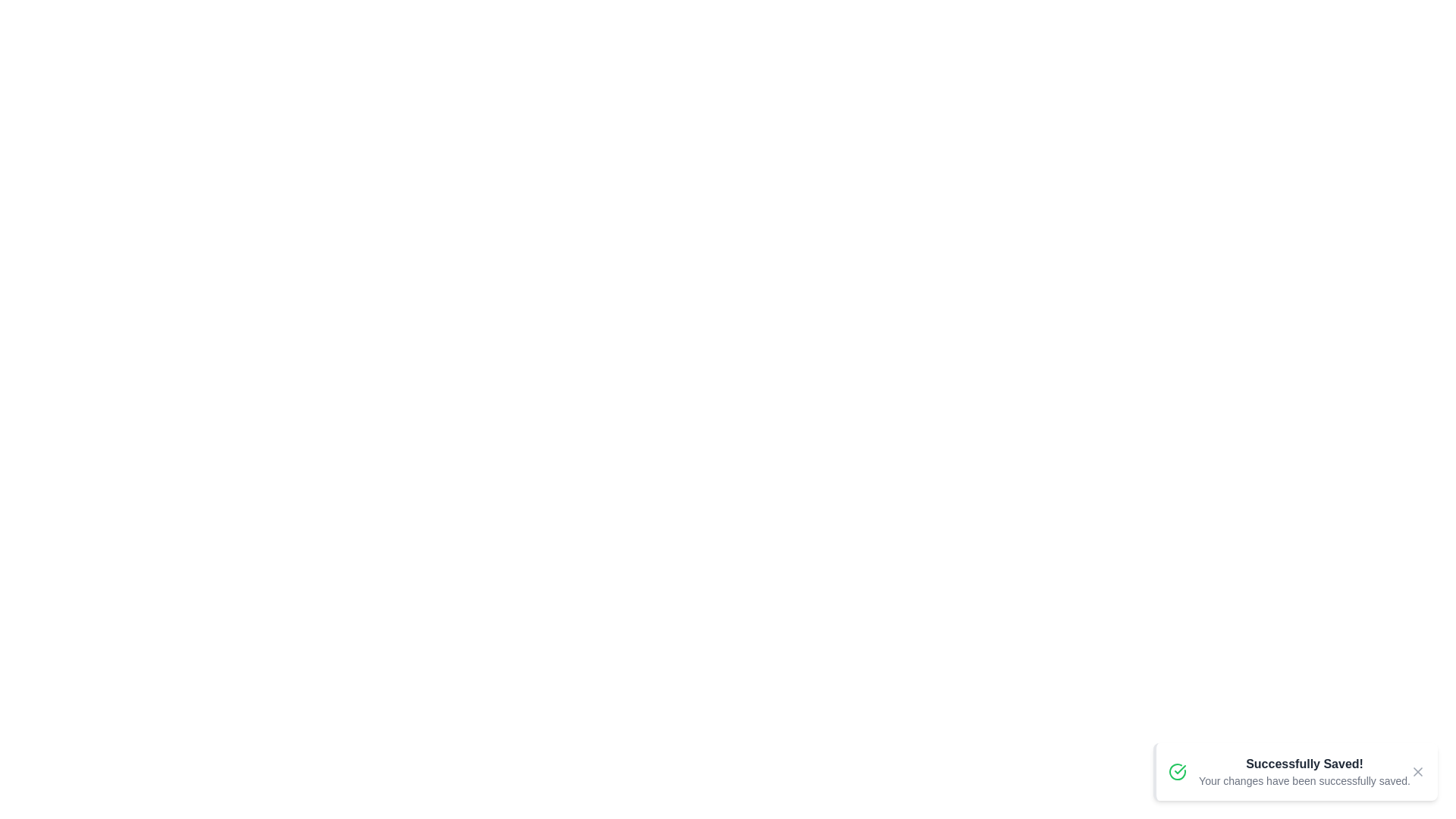 Image resolution: width=1456 pixels, height=819 pixels. What do you see at coordinates (1177, 772) in the screenshot?
I see `the success icon to view its status` at bounding box center [1177, 772].